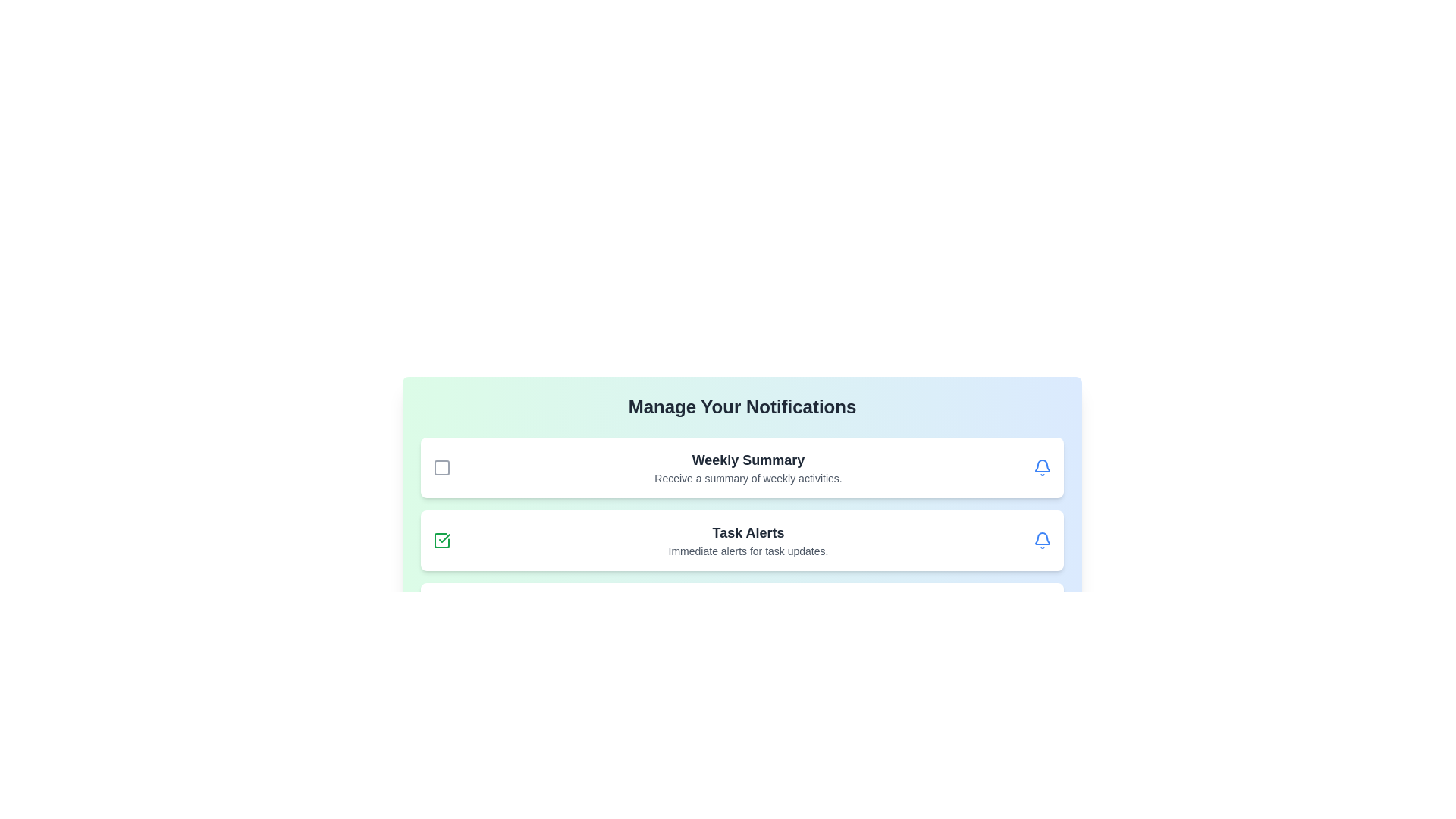  Describe the element at coordinates (742, 467) in the screenshot. I see `the first horizontal card with a checkbox and icon in the 'Manage Your Notifications' section` at that location.